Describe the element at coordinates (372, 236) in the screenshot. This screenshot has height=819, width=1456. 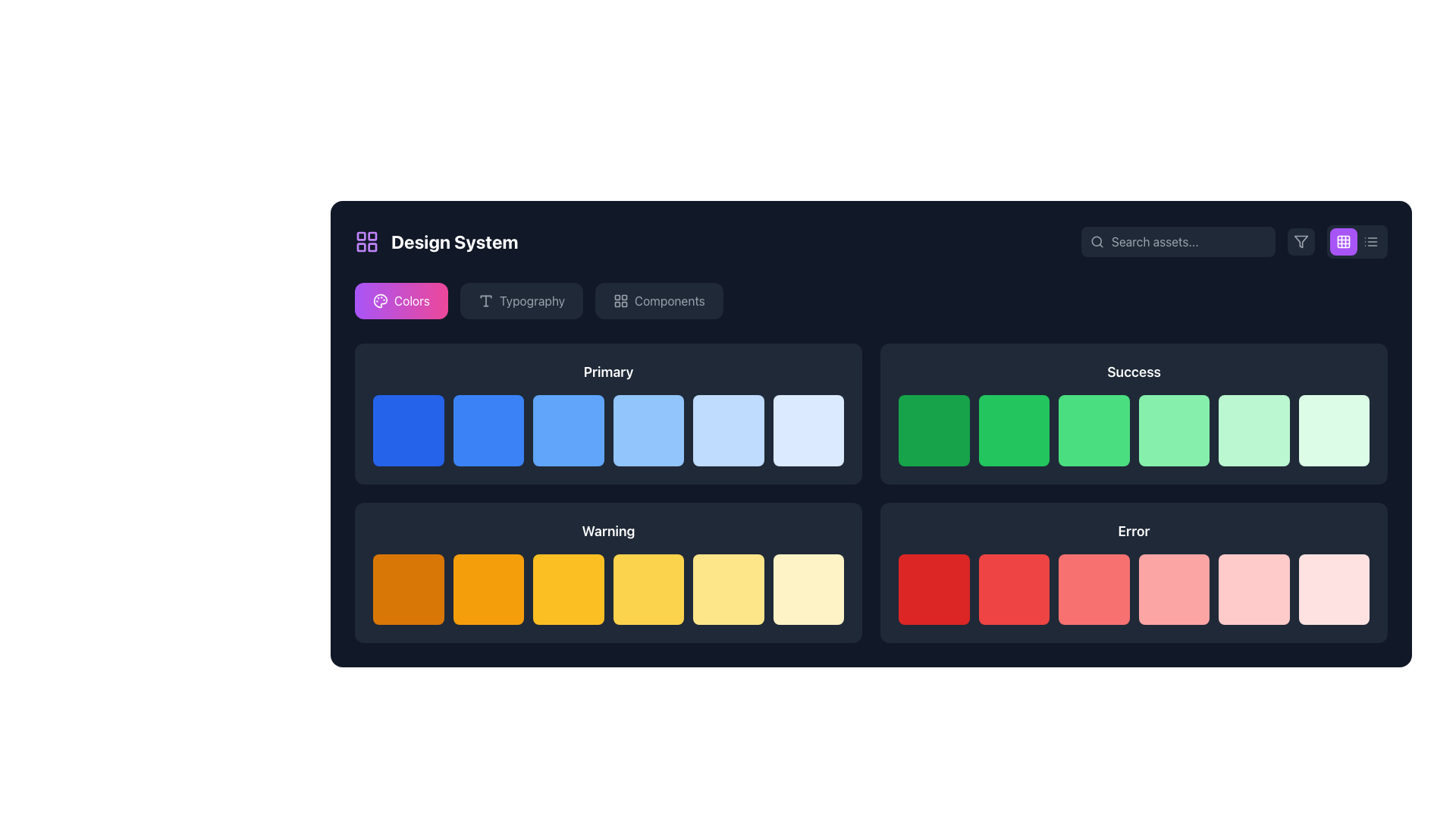
I see `the top-right square of the 2x2 grid layout, which is part of the larger grid icon used for navigation or categorization, located near the title 'Design System'` at that location.